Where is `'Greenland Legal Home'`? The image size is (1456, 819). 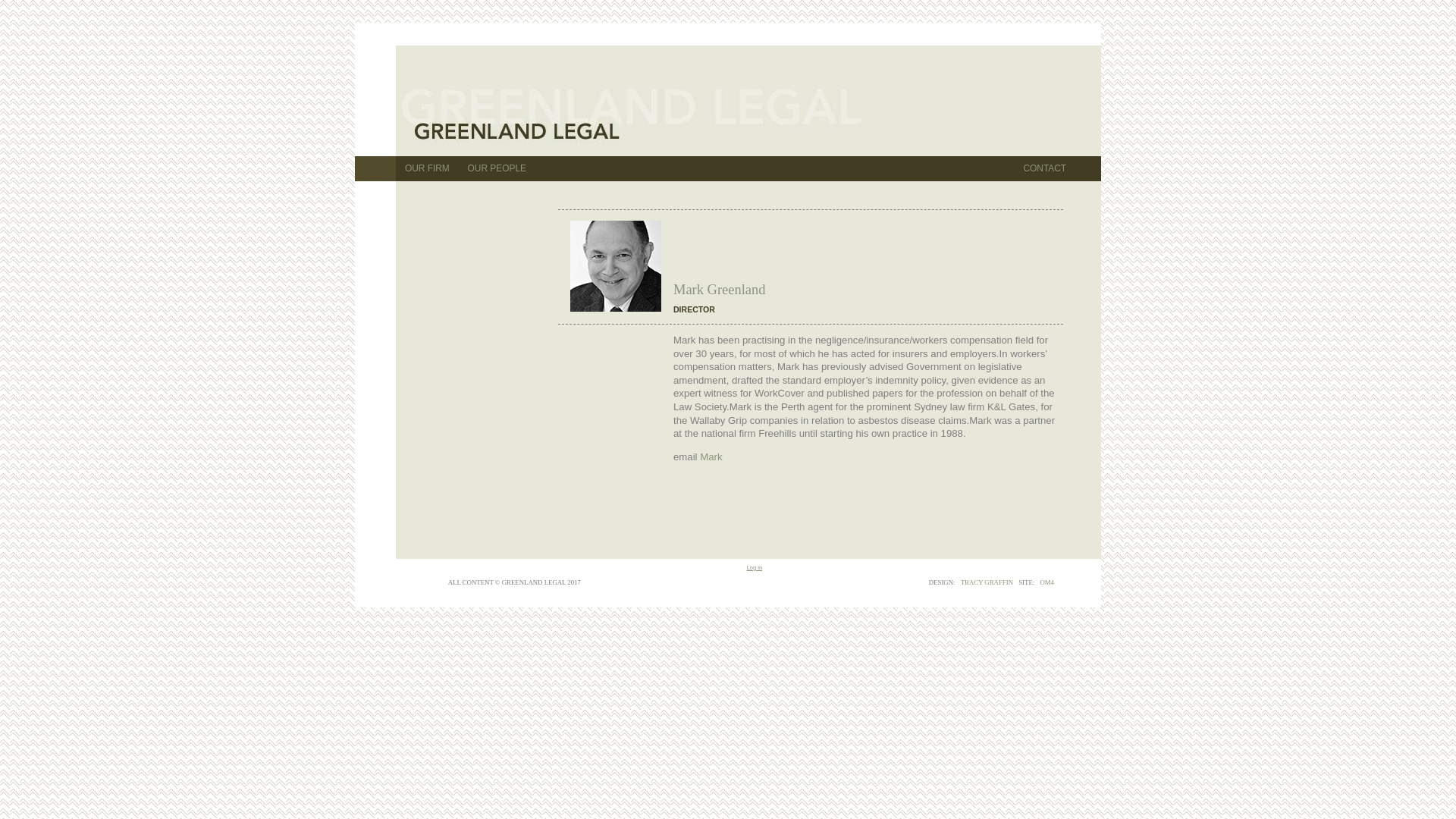
'Greenland Legal Home' is located at coordinates (659, 102).